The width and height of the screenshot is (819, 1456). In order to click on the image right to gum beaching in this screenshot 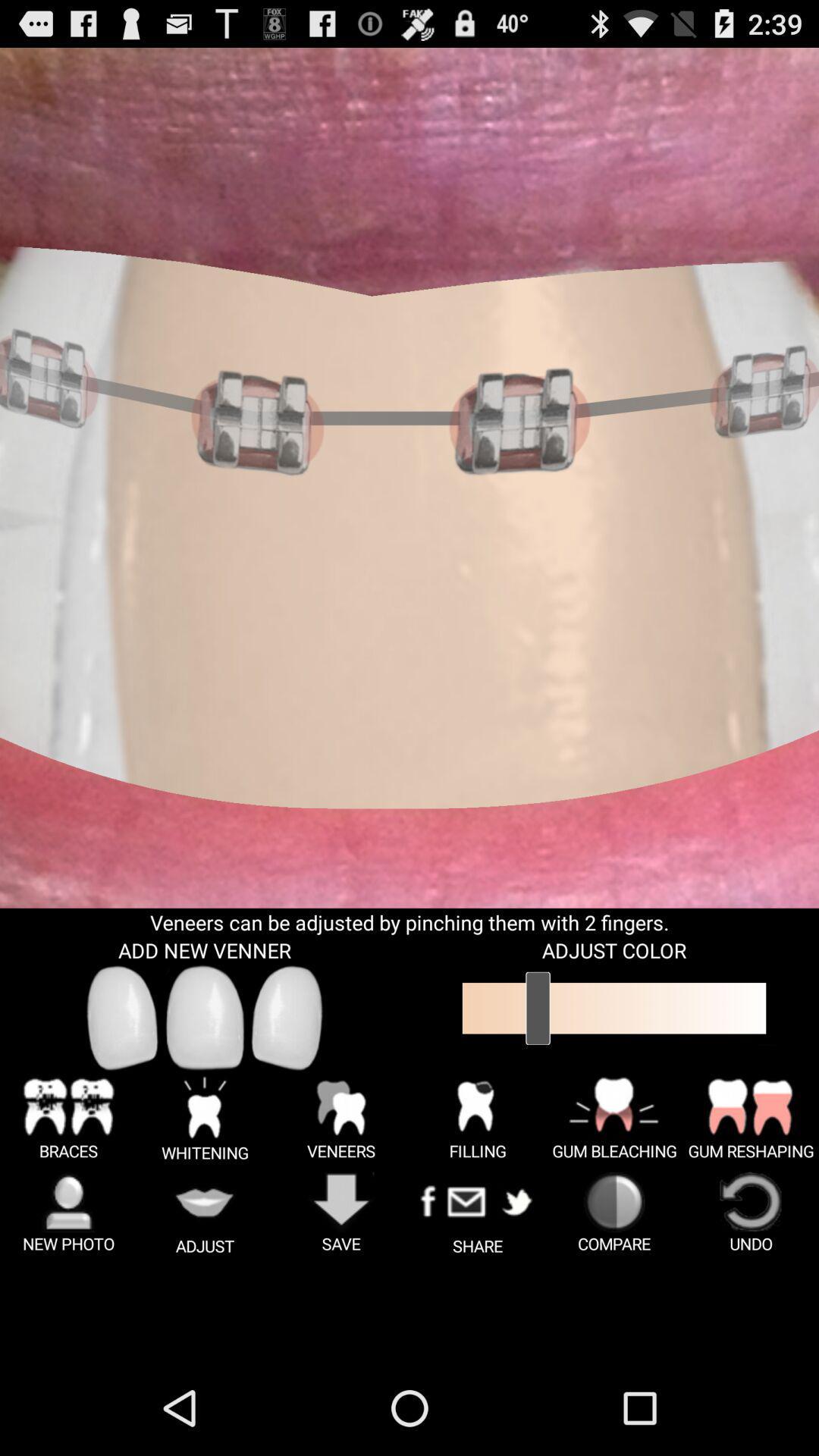, I will do `click(751, 1118)`.